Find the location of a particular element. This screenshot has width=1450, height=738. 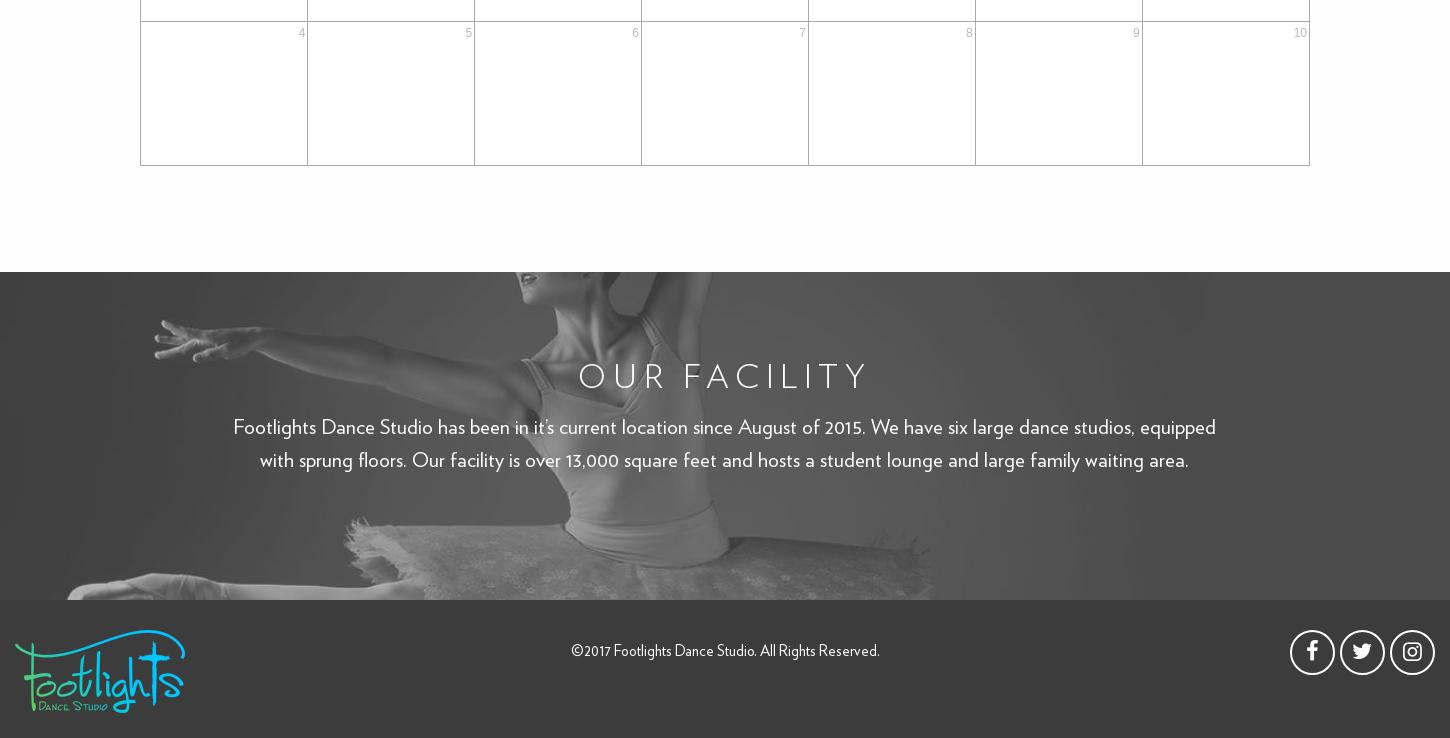

'8' is located at coordinates (969, 31).